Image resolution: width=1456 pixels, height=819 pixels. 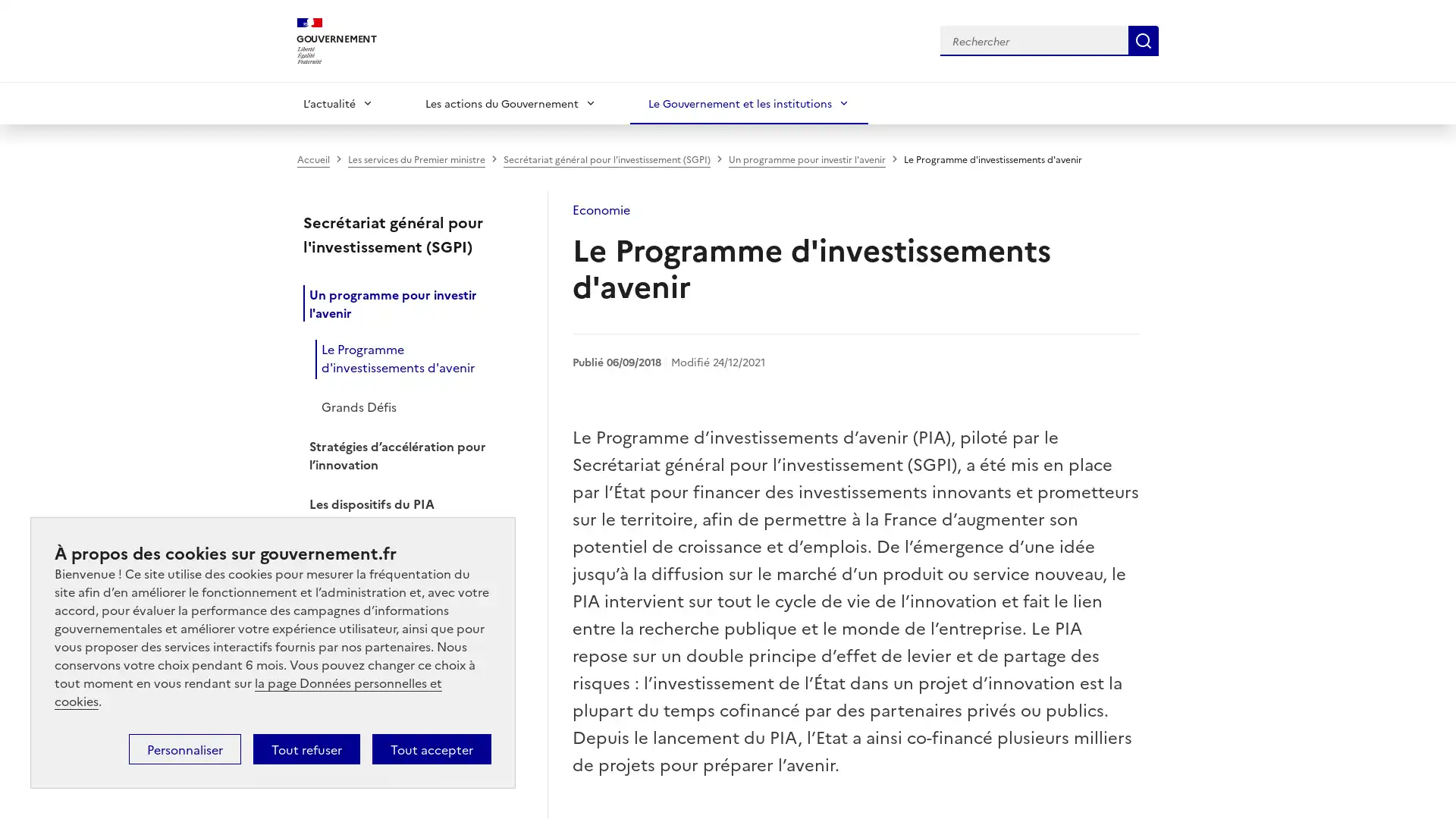 What do you see at coordinates (306, 748) in the screenshot?
I see `Tout refuser` at bounding box center [306, 748].